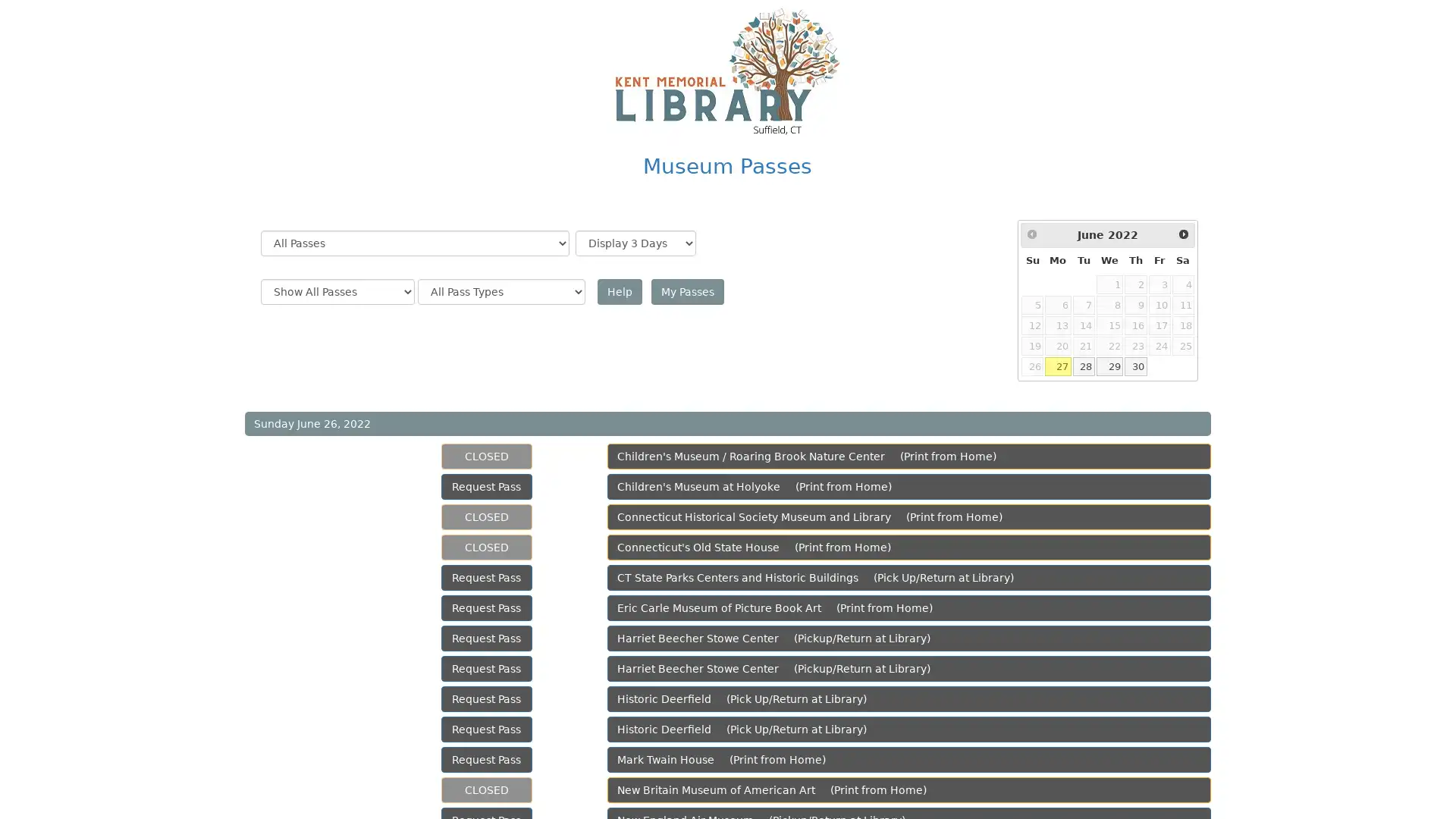 The height and width of the screenshot is (819, 1456). Describe the element at coordinates (908, 789) in the screenshot. I see `New Britain Museum of American Art     (Print from Home)` at that location.